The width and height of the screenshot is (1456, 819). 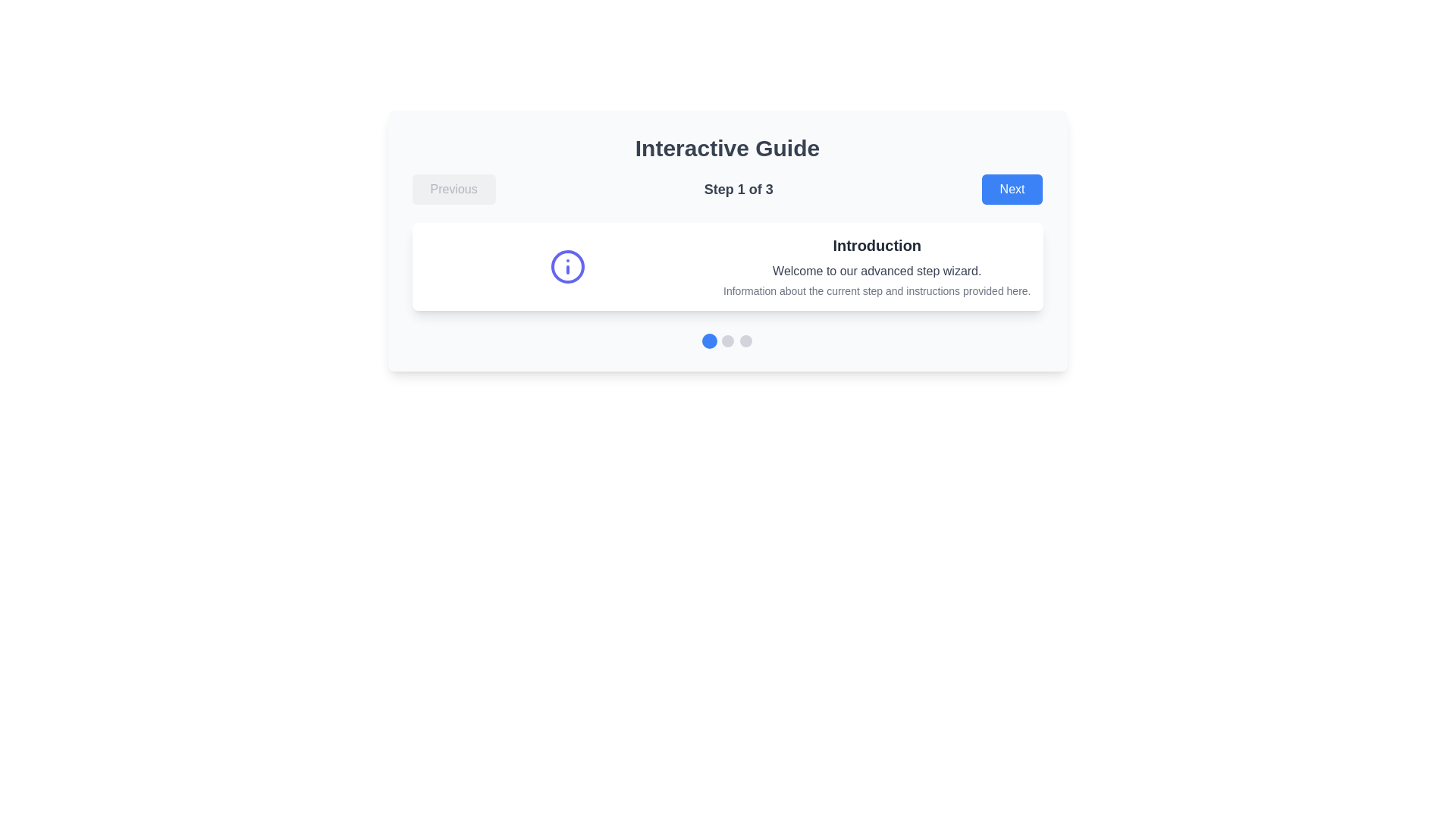 What do you see at coordinates (566, 265) in the screenshot?
I see `the informational icon located within a white card under the guide heading next to the text 'Introduction' for more information` at bounding box center [566, 265].